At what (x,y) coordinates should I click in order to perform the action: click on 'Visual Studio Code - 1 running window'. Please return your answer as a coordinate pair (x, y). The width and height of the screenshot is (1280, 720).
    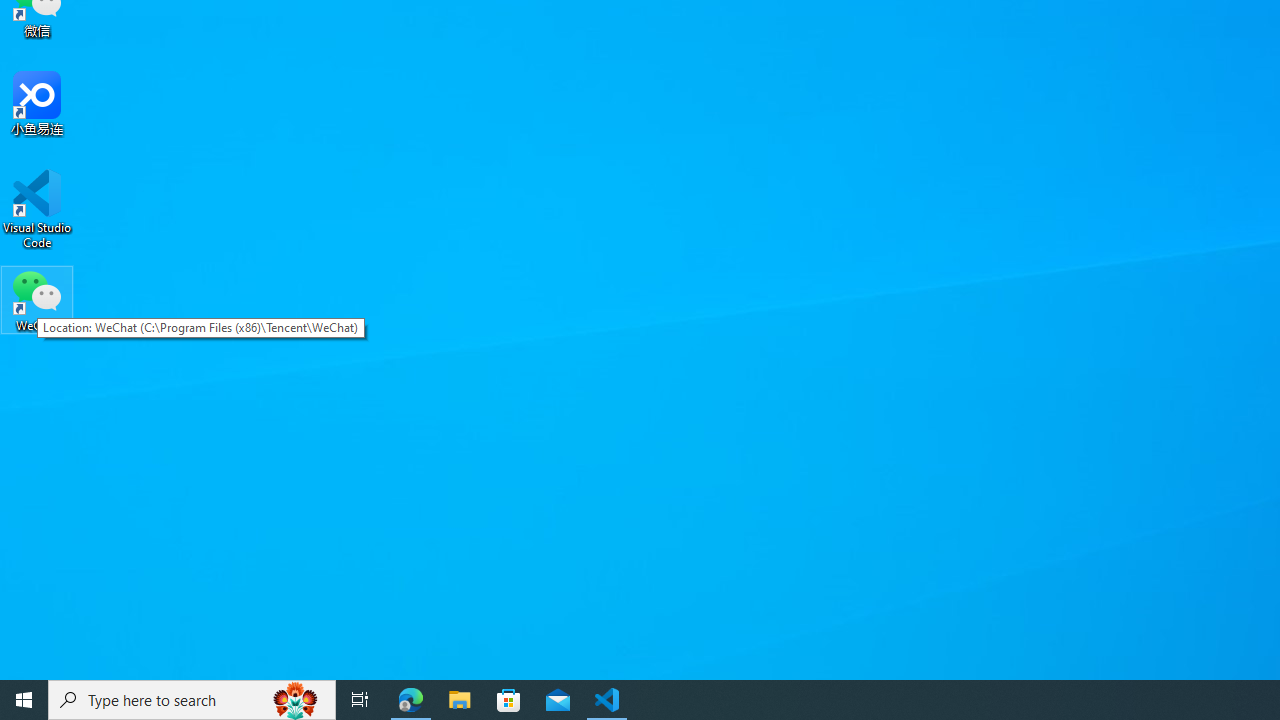
    Looking at the image, I should click on (606, 698).